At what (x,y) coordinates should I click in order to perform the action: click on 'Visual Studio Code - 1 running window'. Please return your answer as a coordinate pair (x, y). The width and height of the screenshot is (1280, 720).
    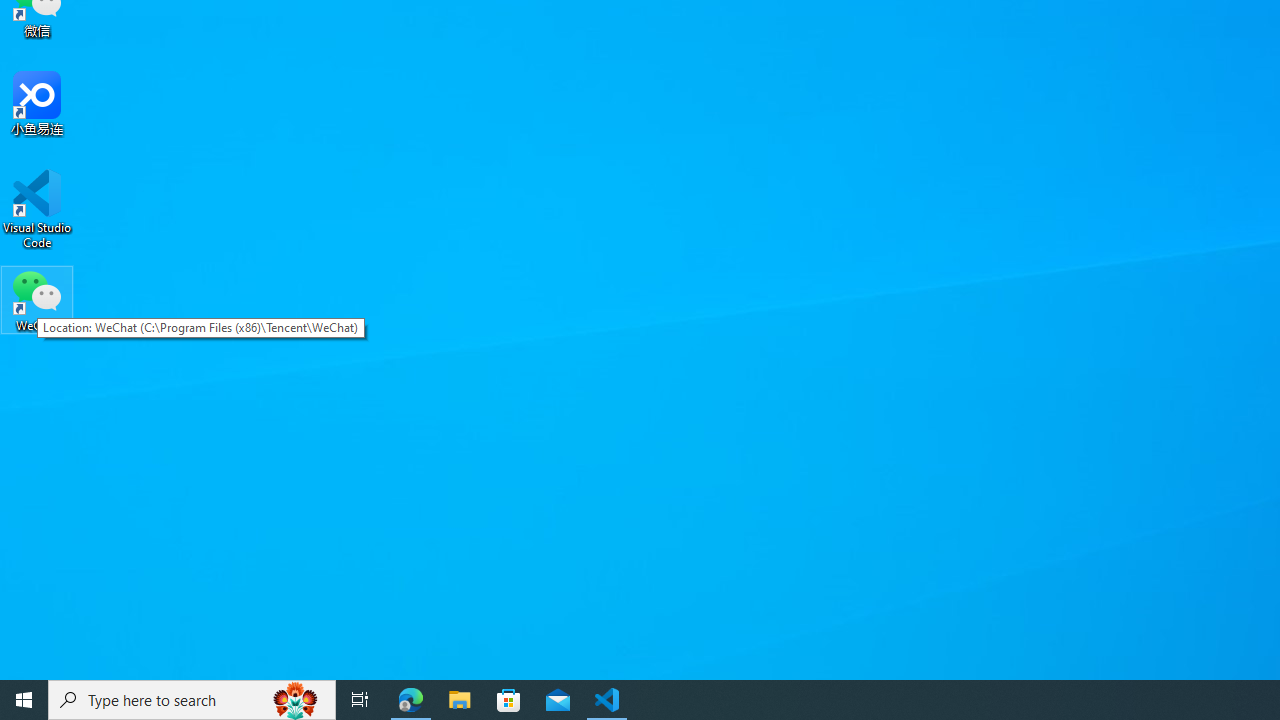
    Looking at the image, I should click on (606, 698).